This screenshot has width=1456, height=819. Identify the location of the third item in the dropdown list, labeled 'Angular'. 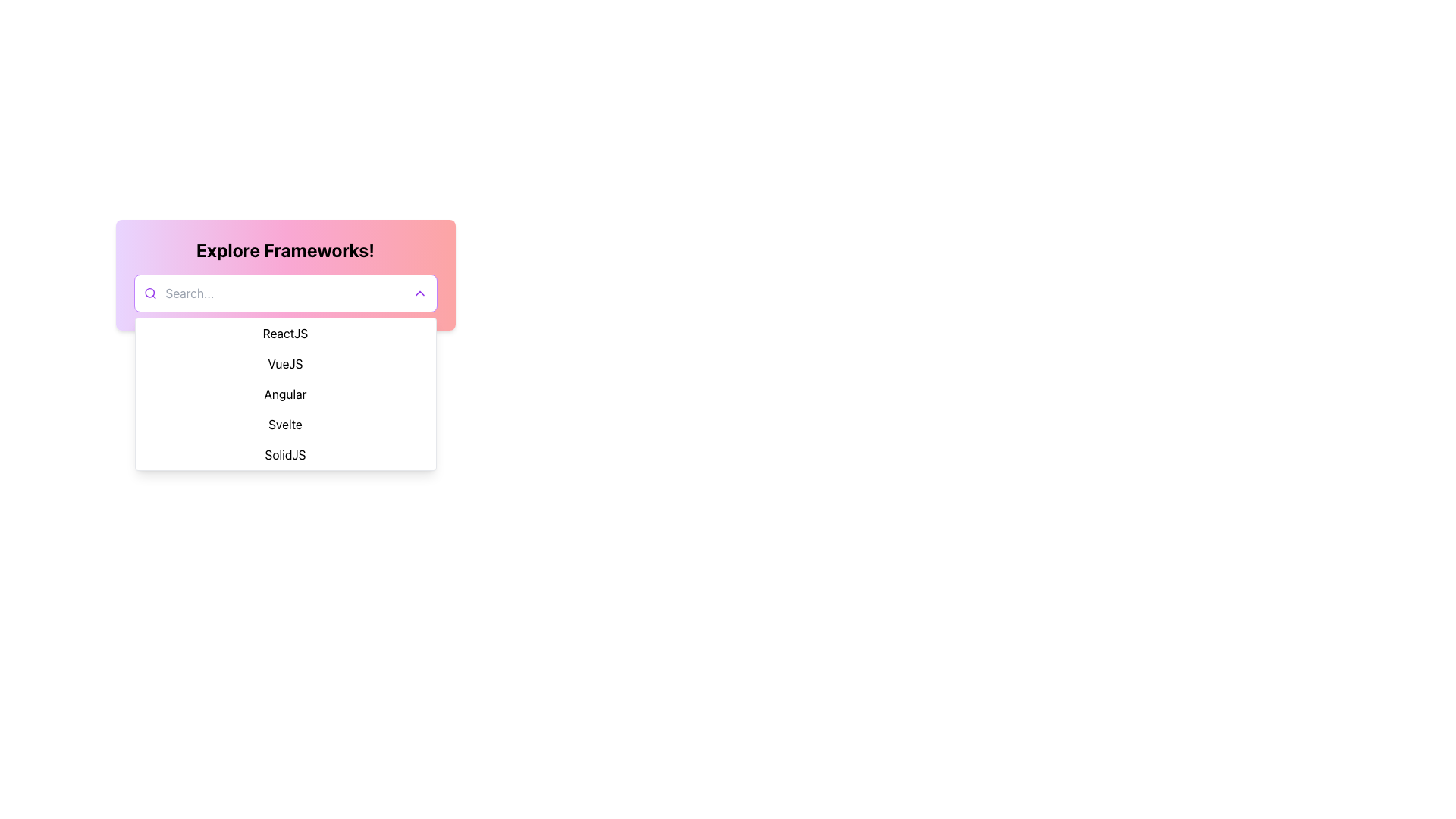
(285, 394).